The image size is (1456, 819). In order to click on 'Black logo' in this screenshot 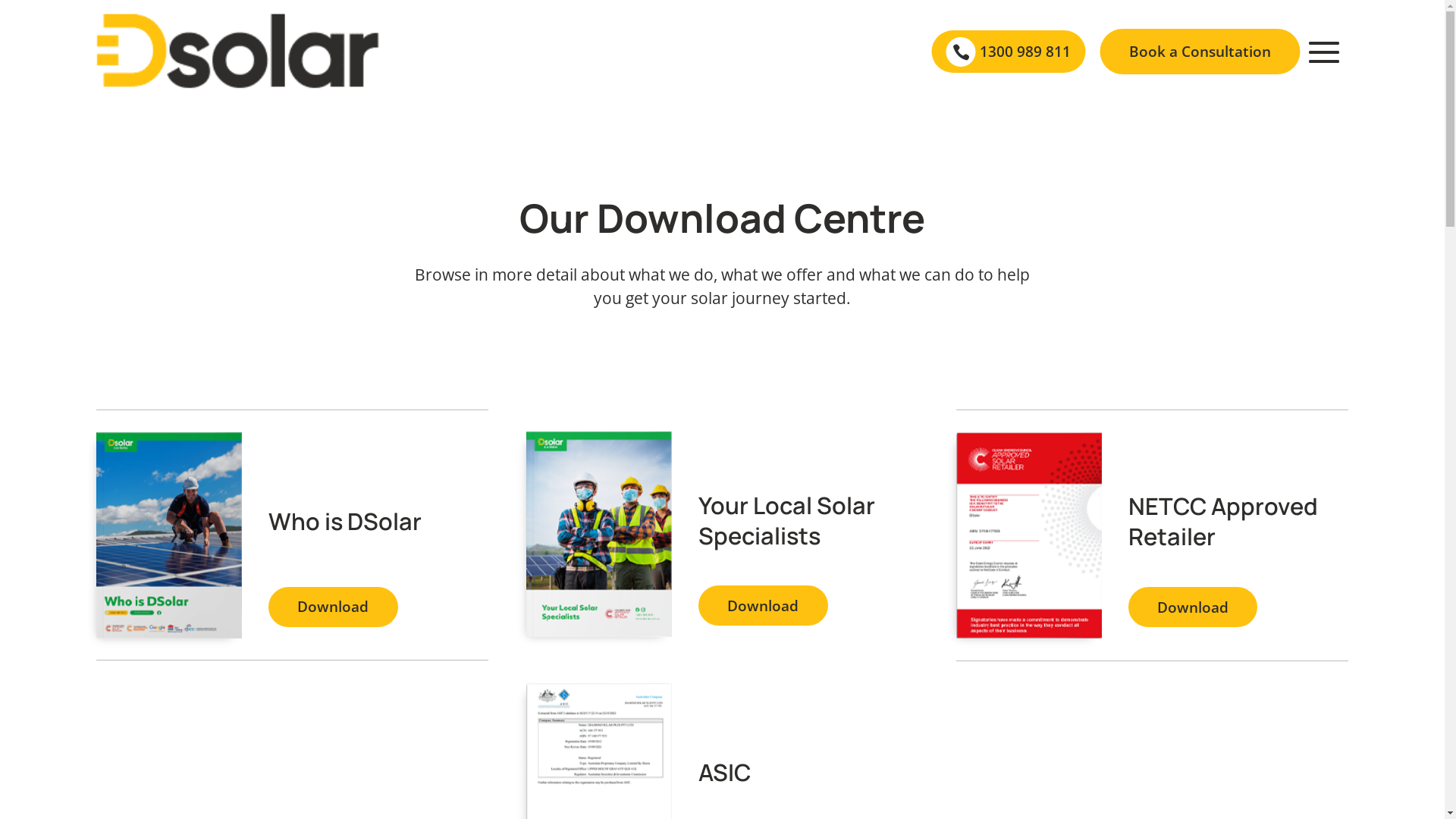, I will do `click(237, 51)`.